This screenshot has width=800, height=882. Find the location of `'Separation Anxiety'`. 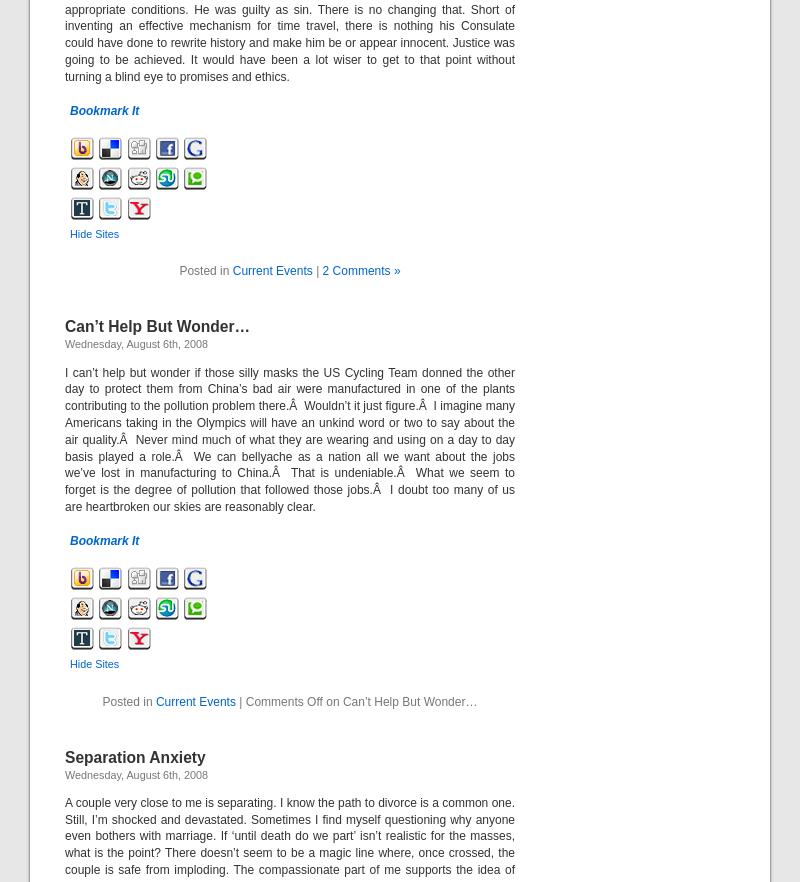

'Separation Anxiety' is located at coordinates (134, 756).